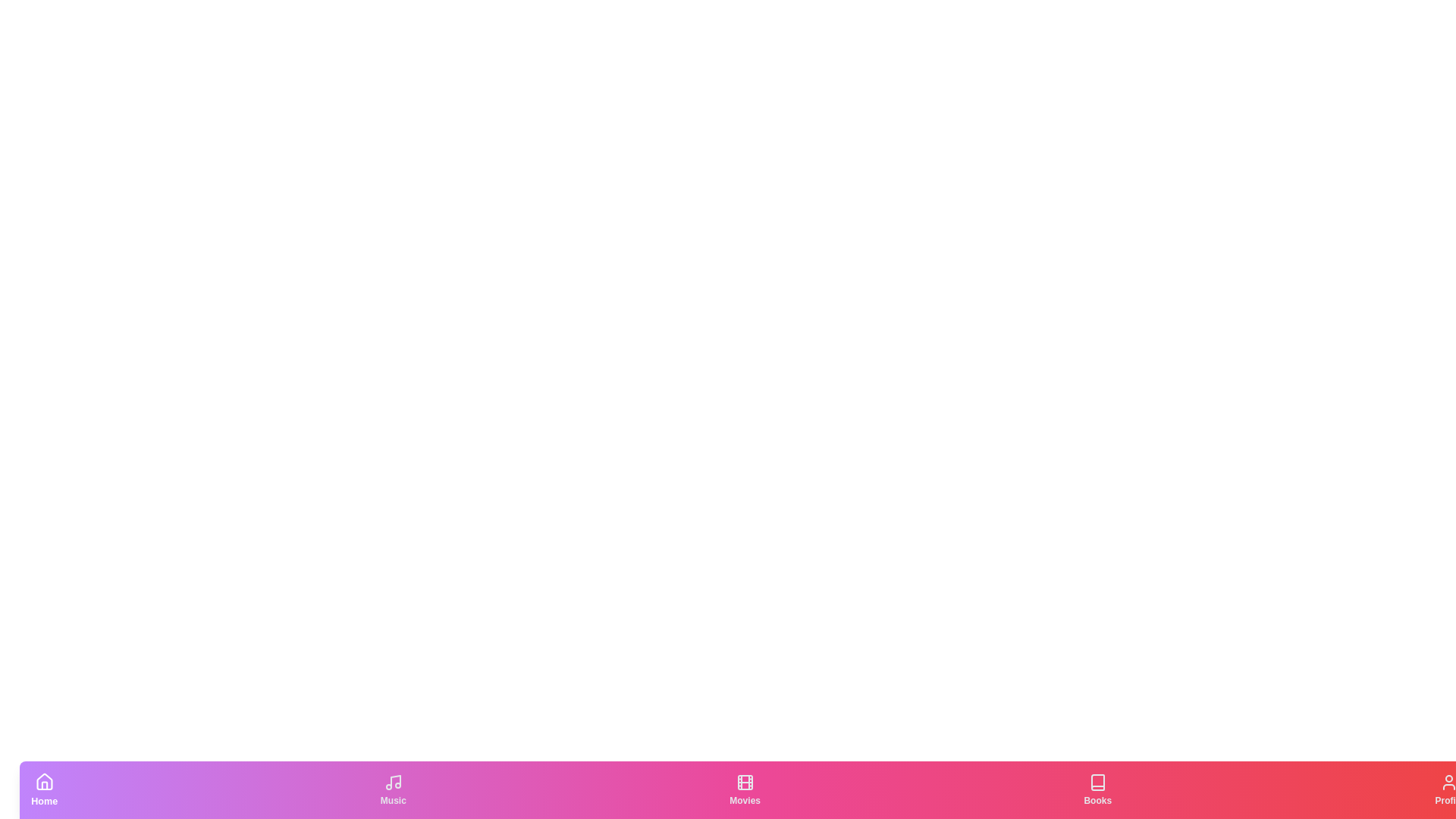  Describe the element at coordinates (393, 789) in the screenshot. I see `the Music tab` at that location.